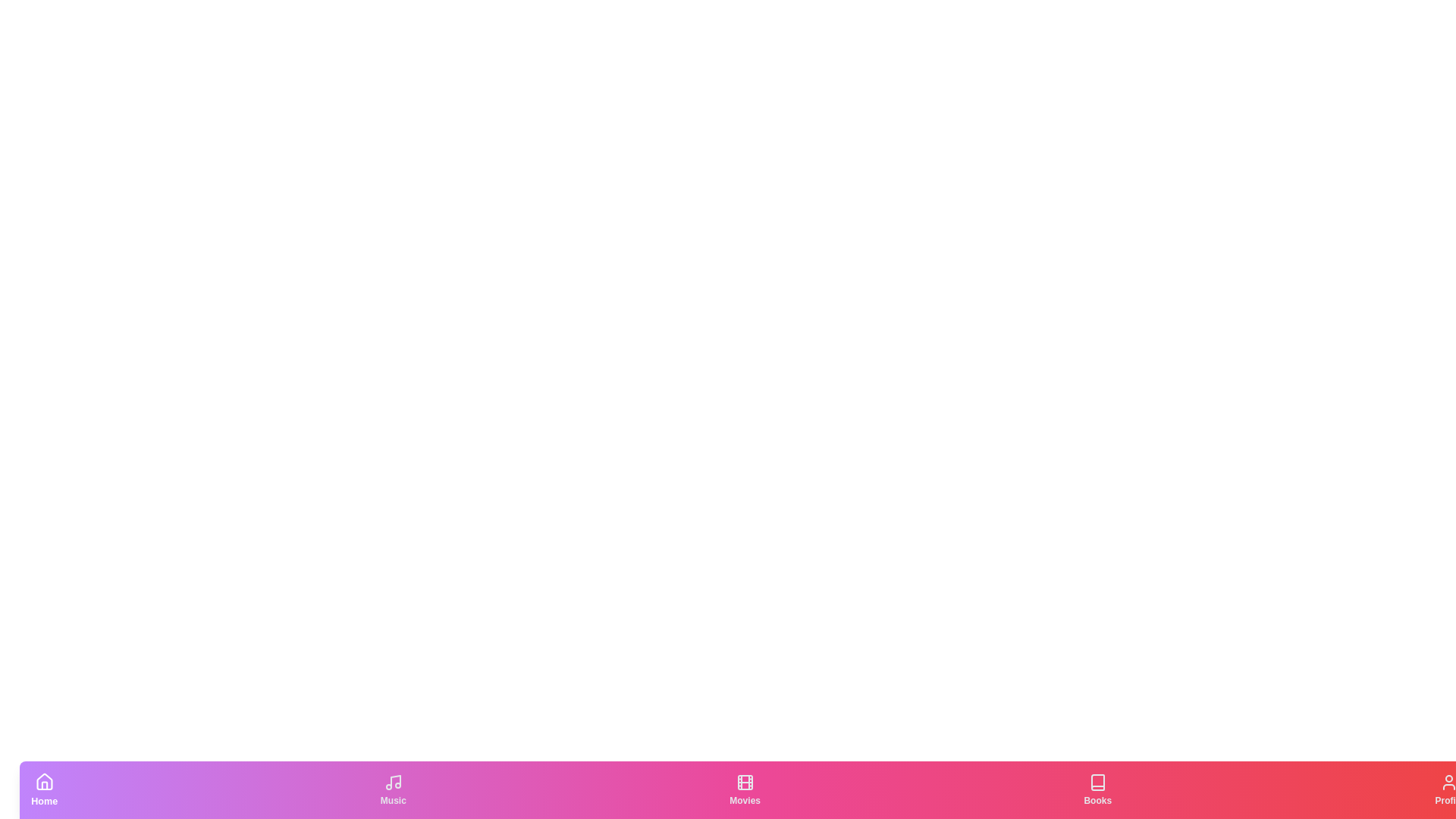  Describe the element at coordinates (393, 789) in the screenshot. I see `the Music tab` at that location.